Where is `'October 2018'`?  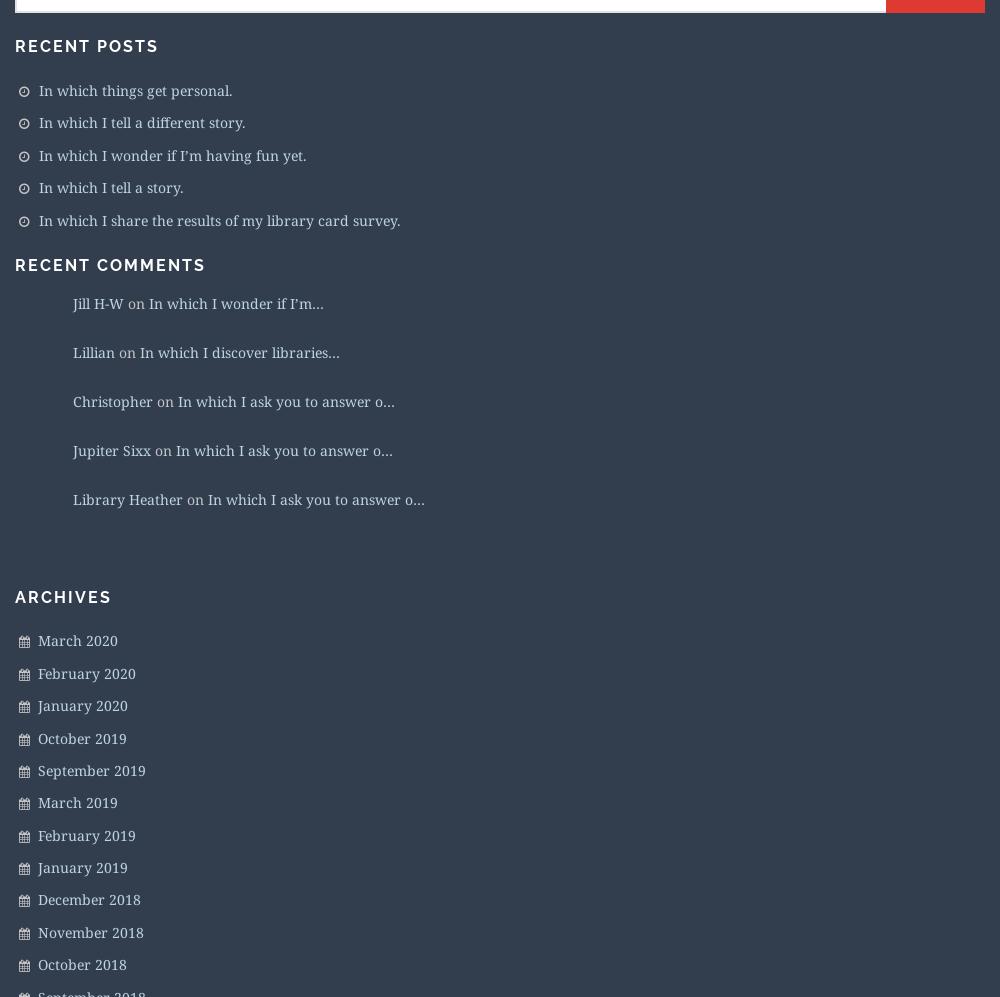 'October 2018' is located at coordinates (38, 963).